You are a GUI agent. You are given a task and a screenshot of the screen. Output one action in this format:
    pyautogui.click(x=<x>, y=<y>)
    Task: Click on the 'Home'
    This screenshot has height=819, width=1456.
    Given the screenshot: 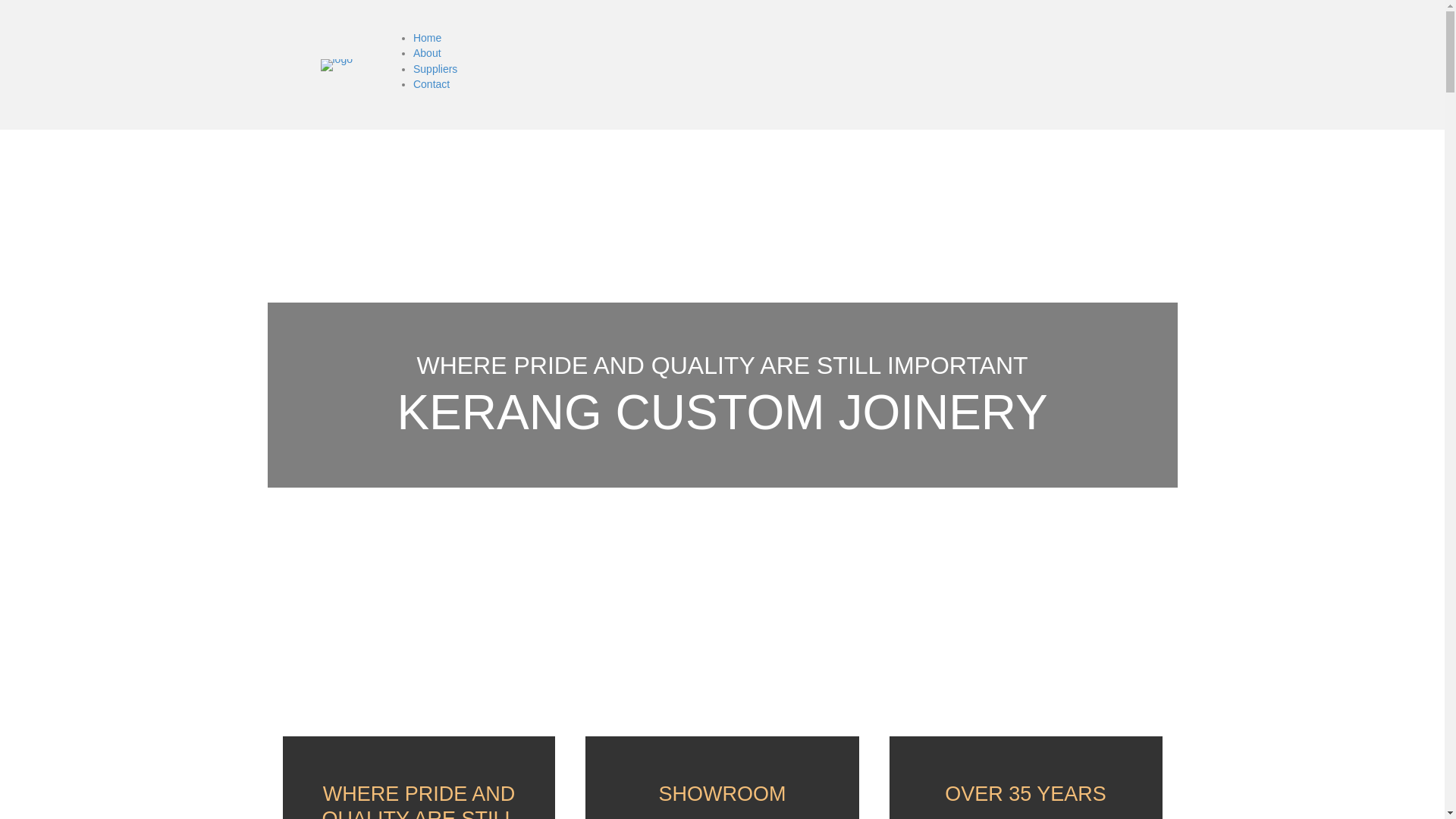 What is the action you would take?
    pyautogui.click(x=413, y=37)
    